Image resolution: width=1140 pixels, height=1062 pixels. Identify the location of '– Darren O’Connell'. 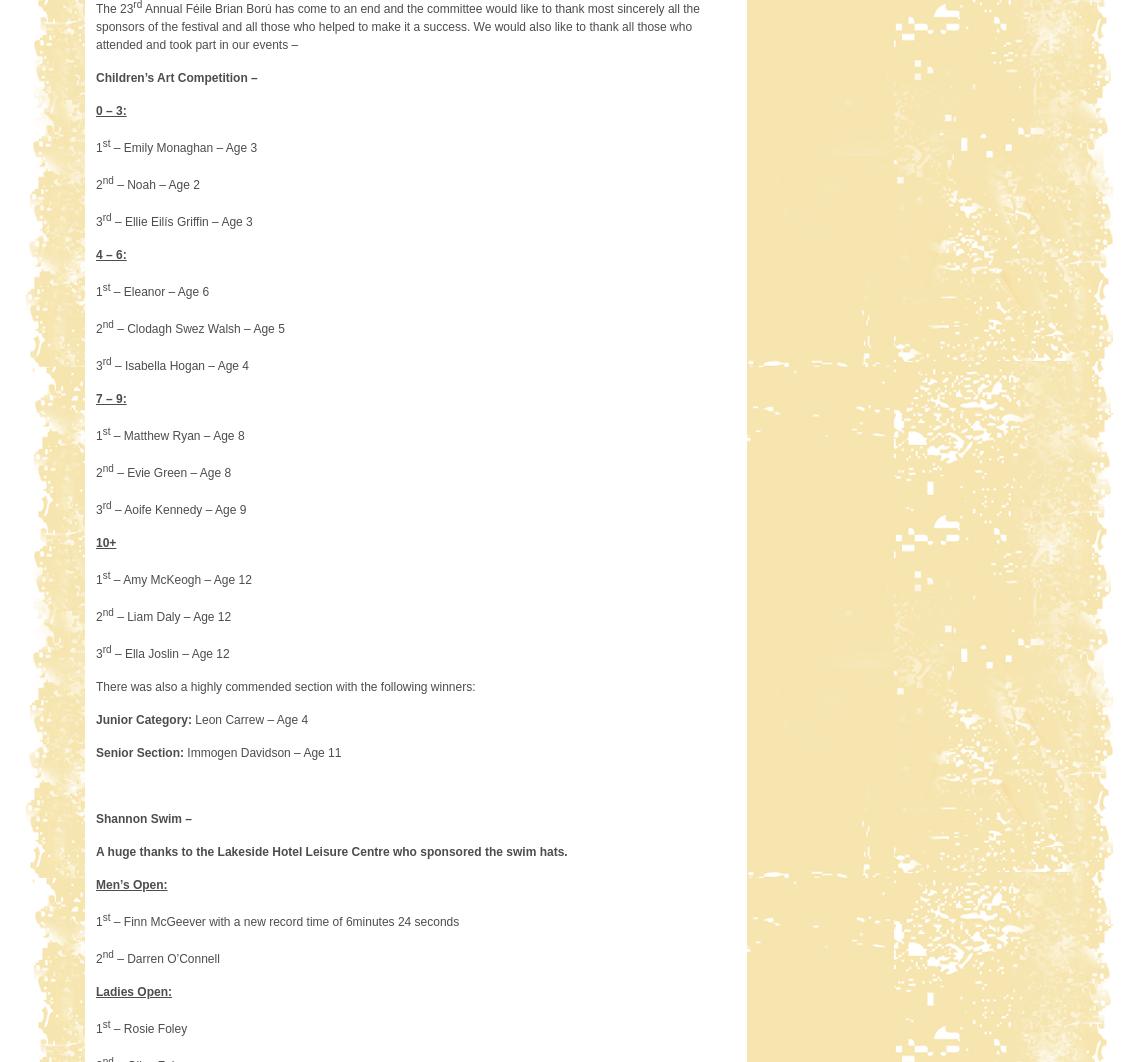
(165, 957).